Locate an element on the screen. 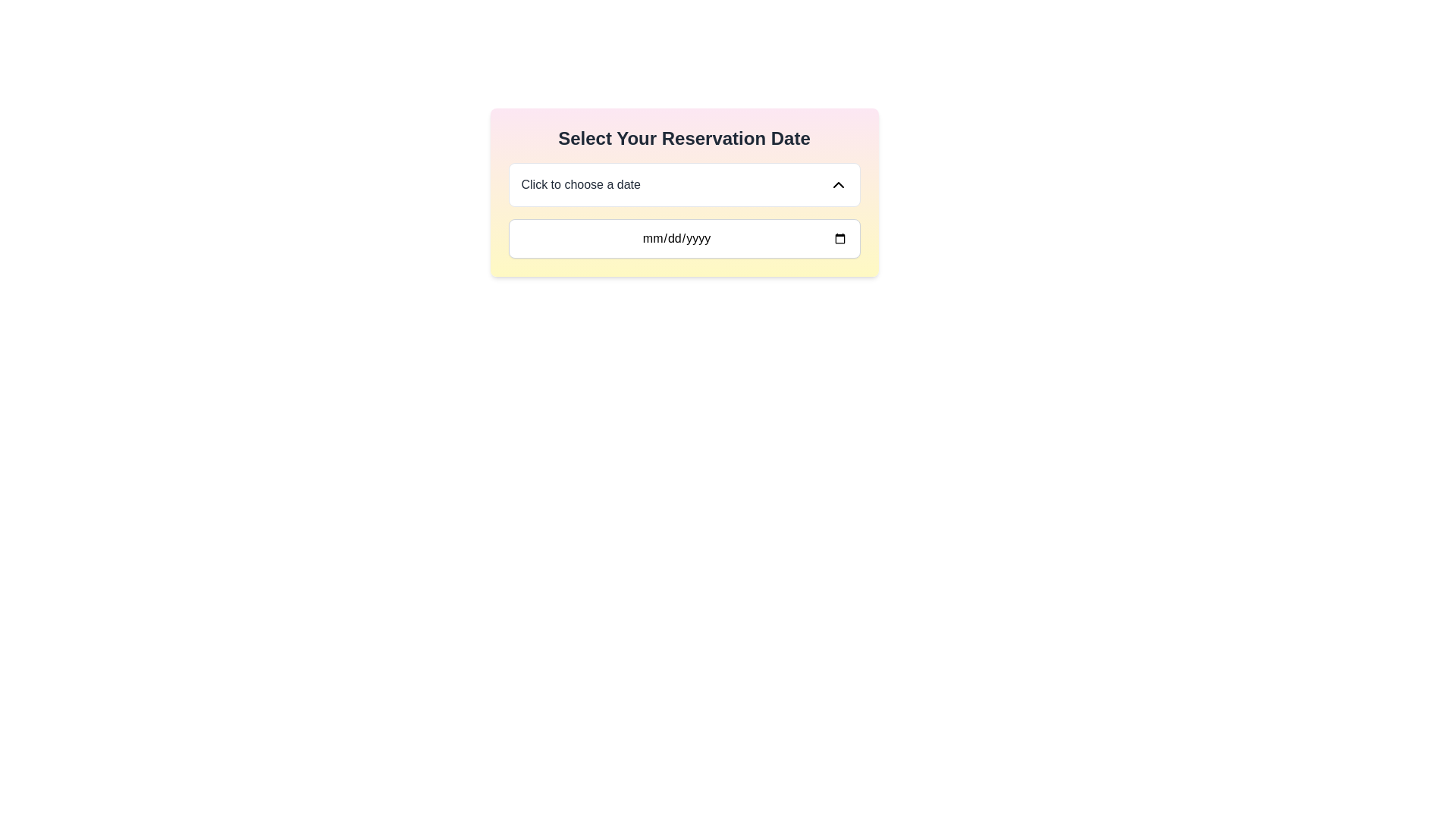  the heading element that provides context for selecting a reservation date, located at the top of the card component is located at coordinates (683, 138).